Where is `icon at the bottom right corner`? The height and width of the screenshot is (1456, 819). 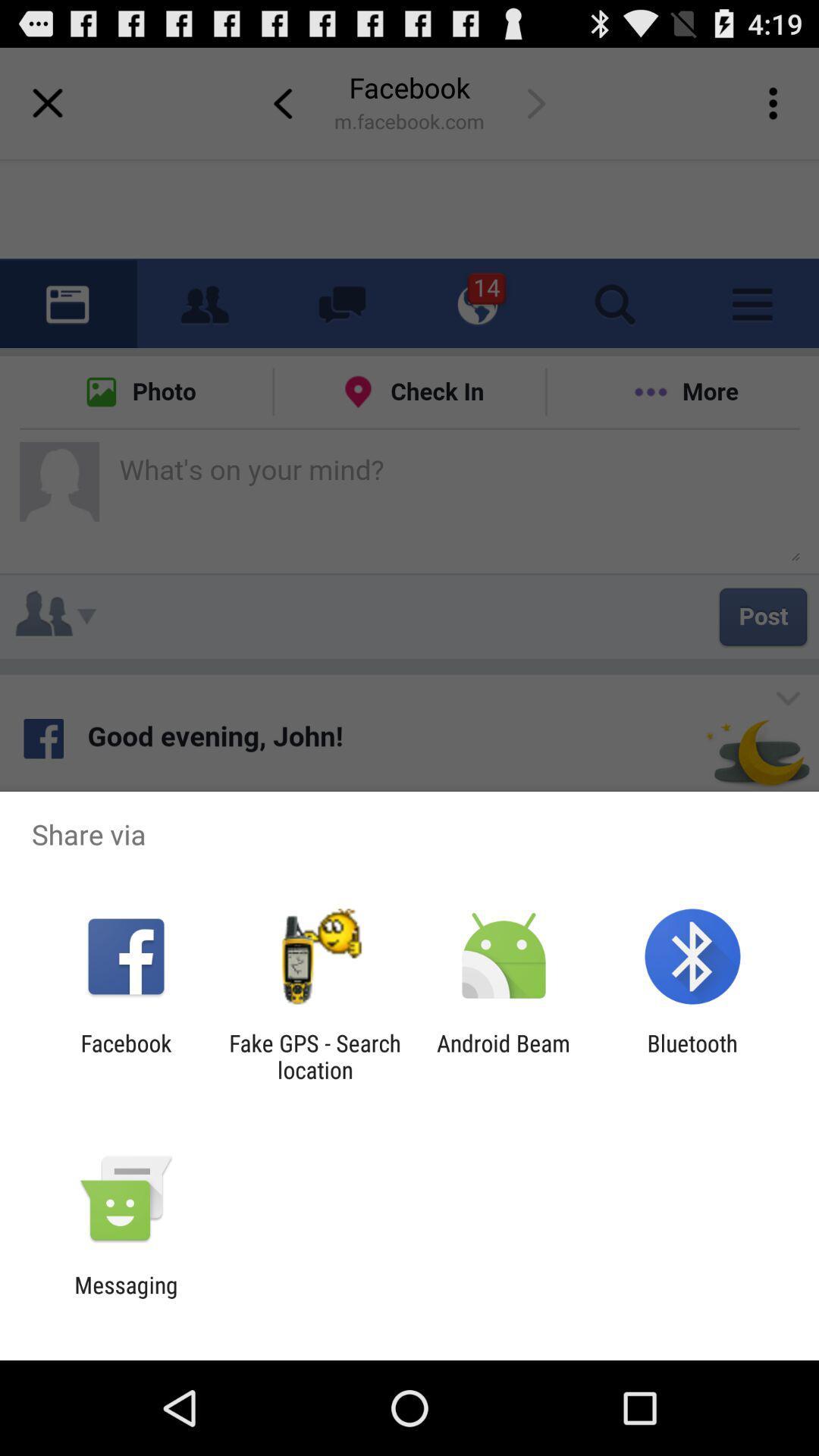
icon at the bottom right corner is located at coordinates (692, 1056).